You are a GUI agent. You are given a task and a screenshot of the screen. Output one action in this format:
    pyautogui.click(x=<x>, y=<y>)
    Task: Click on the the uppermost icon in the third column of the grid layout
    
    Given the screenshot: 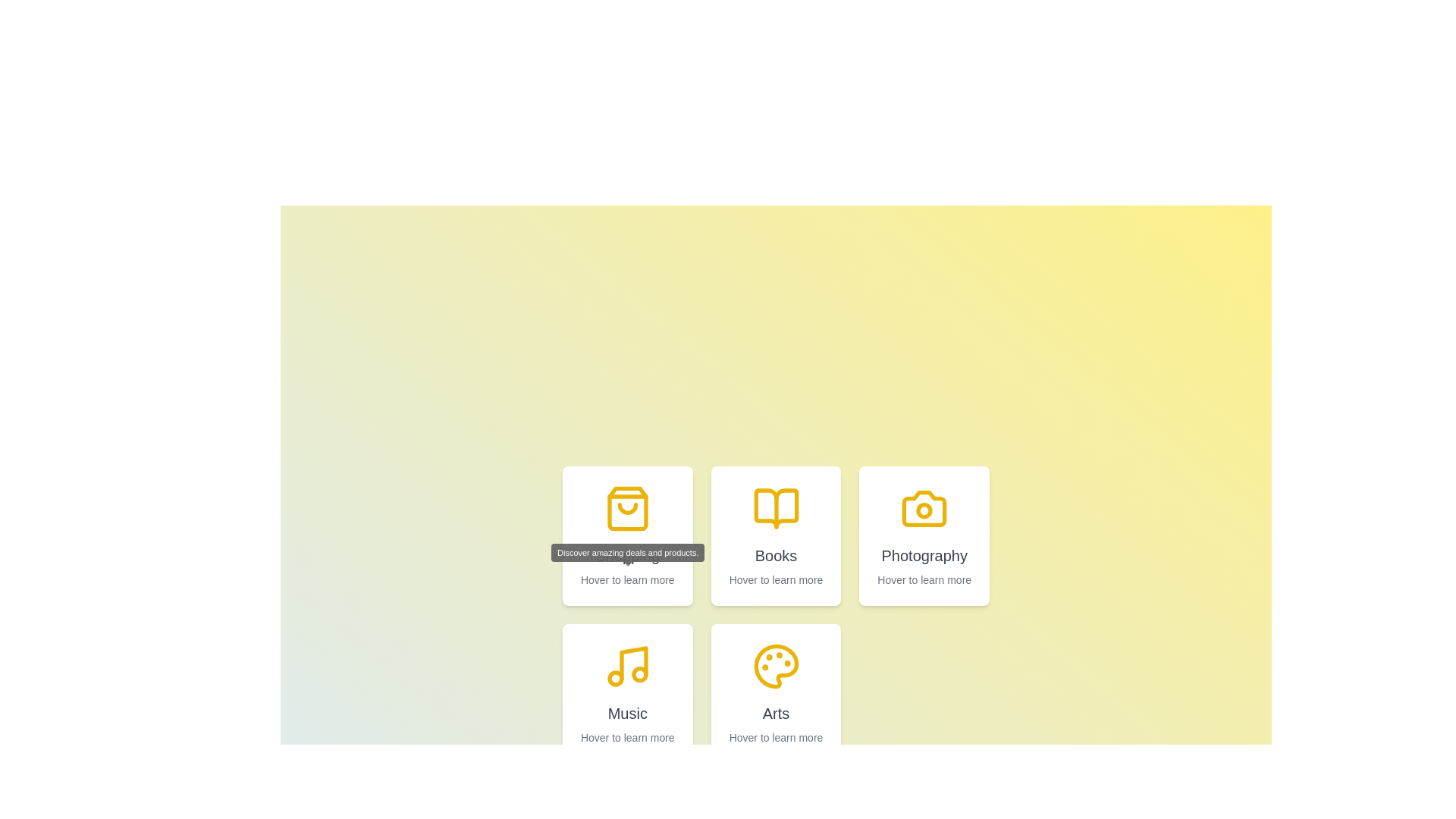 What is the action you would take?
    pyautogui.click(x=924, y=509)
    